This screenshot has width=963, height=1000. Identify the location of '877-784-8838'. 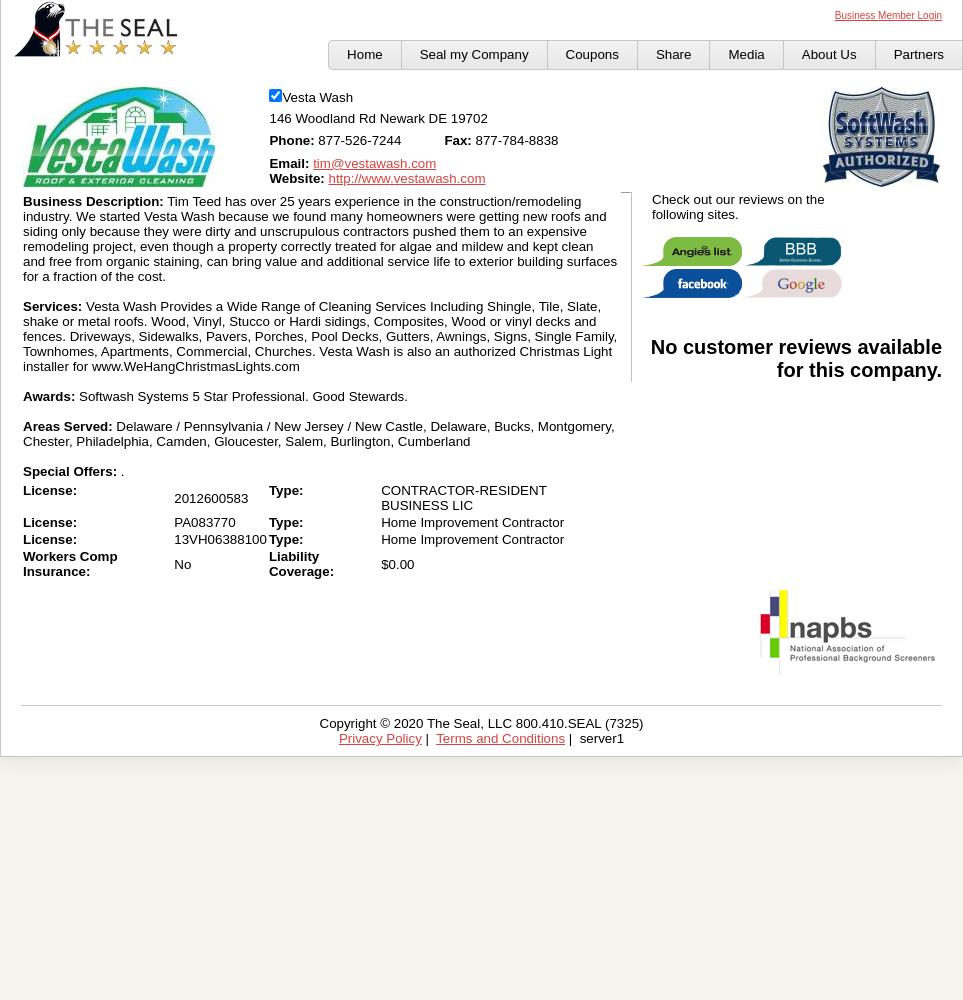
(516, 139).